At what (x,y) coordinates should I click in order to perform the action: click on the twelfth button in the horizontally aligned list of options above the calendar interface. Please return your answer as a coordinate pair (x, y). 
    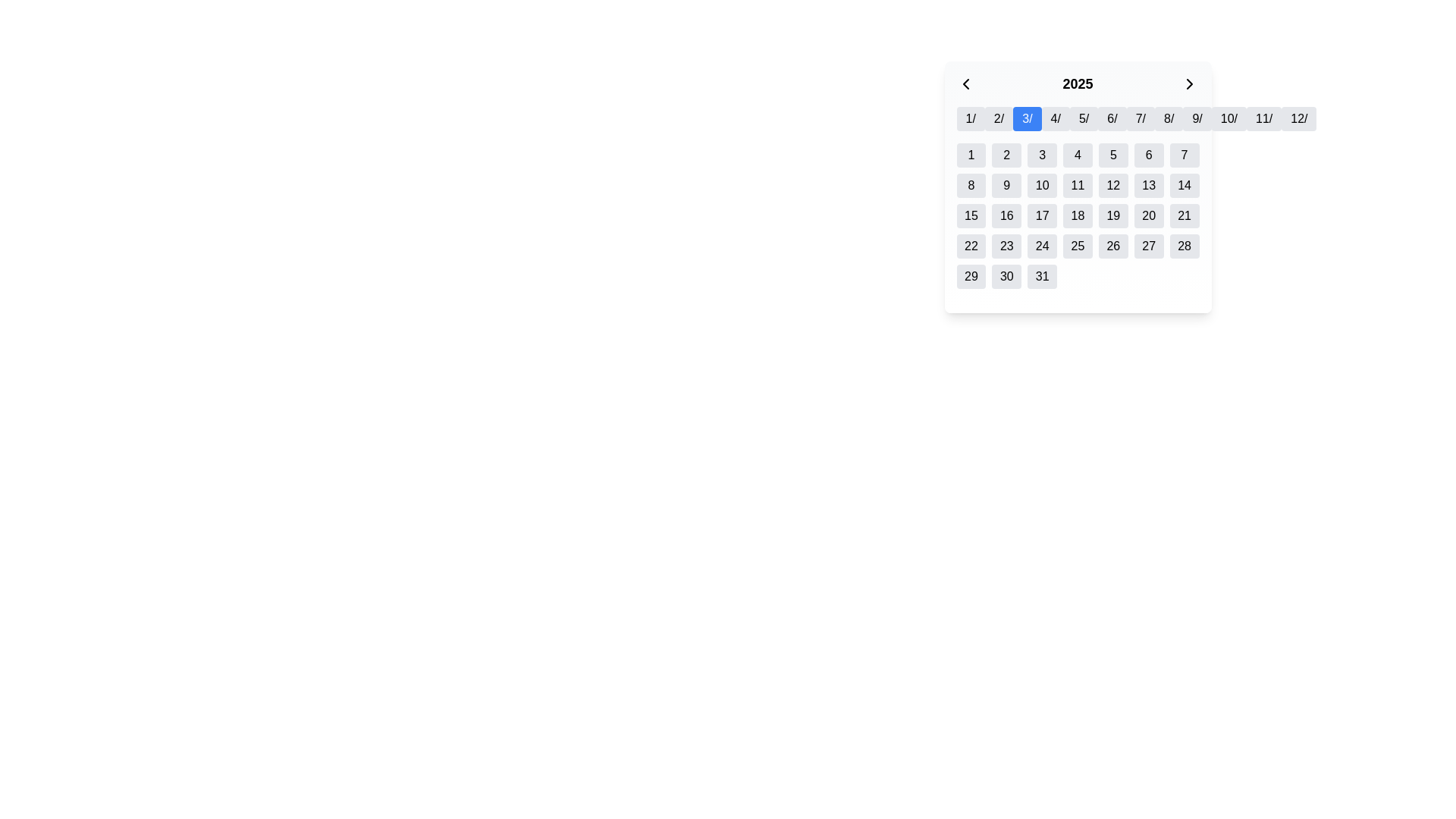
    Looking at the image, I should click on (1298, 118).